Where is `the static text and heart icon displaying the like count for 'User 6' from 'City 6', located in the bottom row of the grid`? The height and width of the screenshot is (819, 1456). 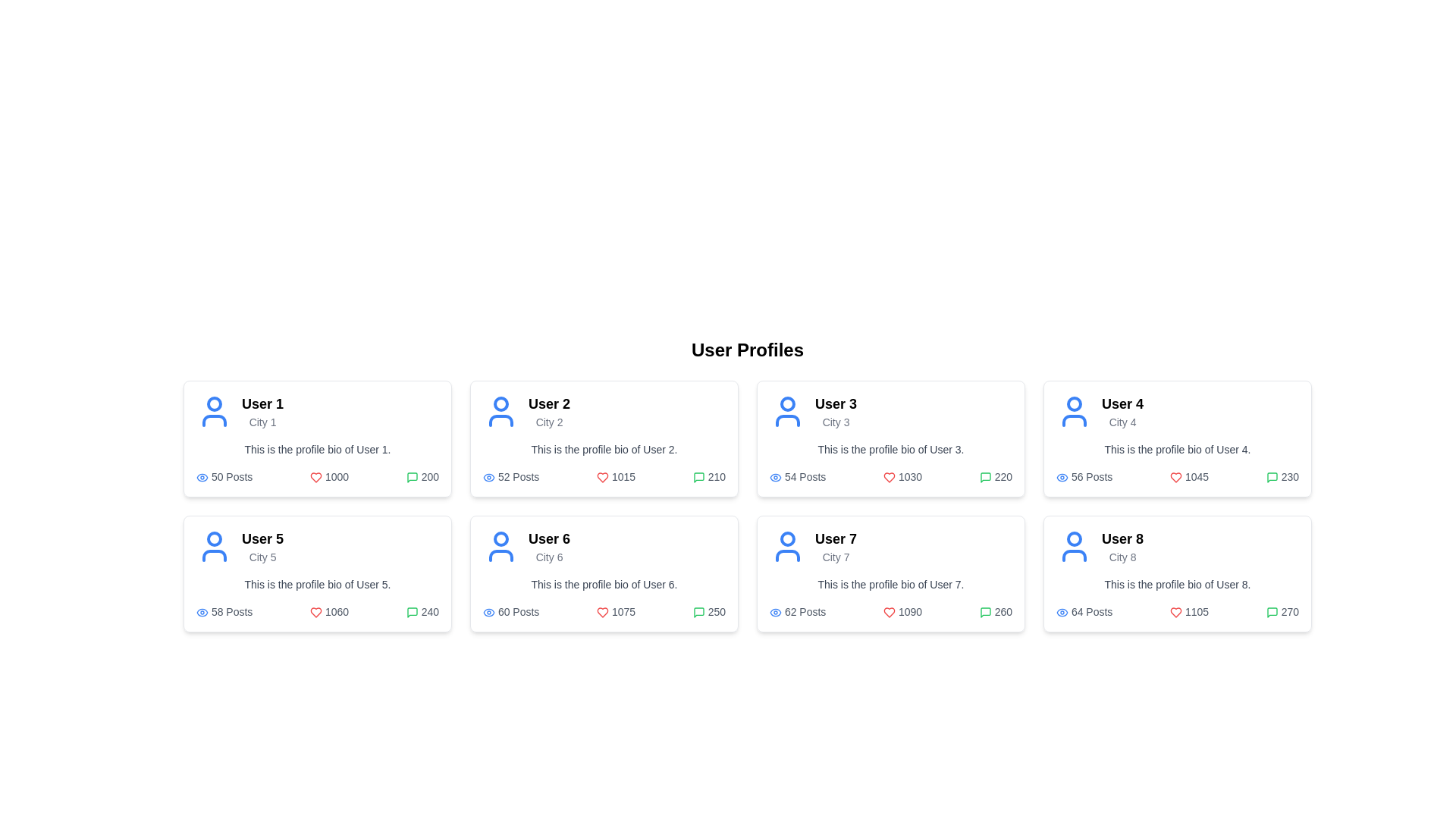 the static text and heart icon displaying the like count for 'User 6' from 'City 6', located in the bottom row of the grid is located at coordinates (616, 610).